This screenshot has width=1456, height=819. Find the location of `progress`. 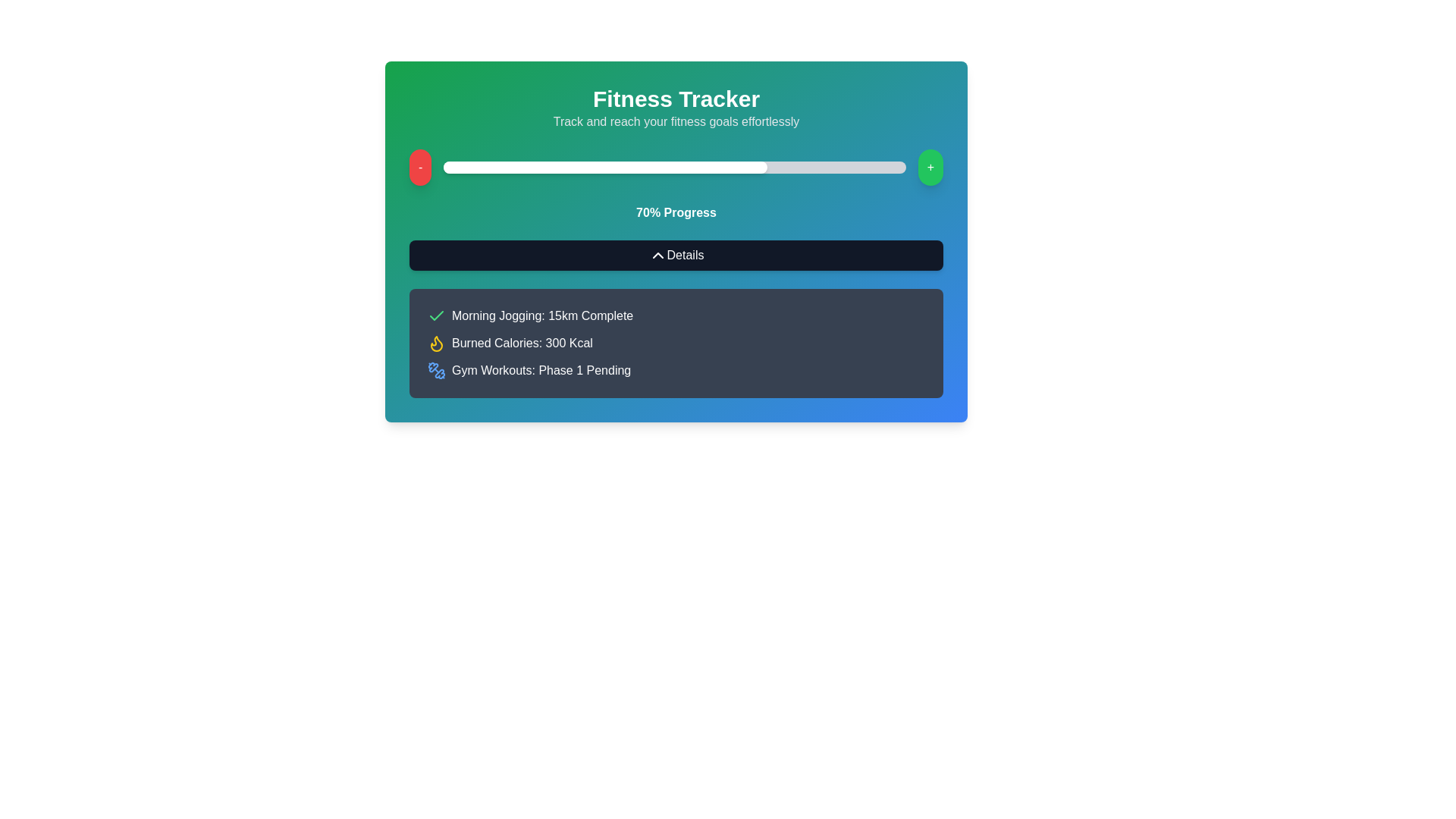

progress is located at coordinates (874, 167).